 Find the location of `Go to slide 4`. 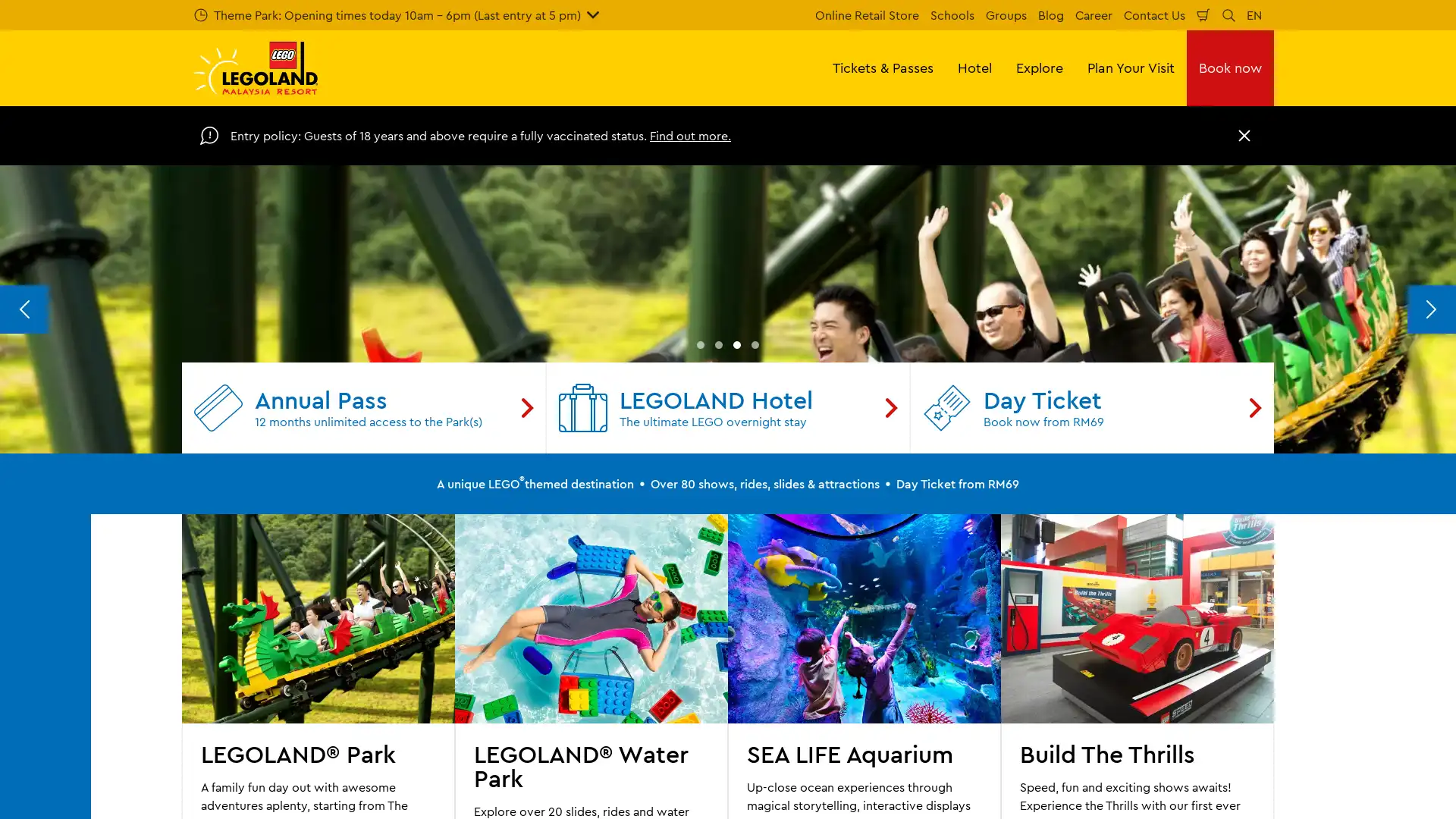

Go to slide 4 is located at coordinates (755, 646).